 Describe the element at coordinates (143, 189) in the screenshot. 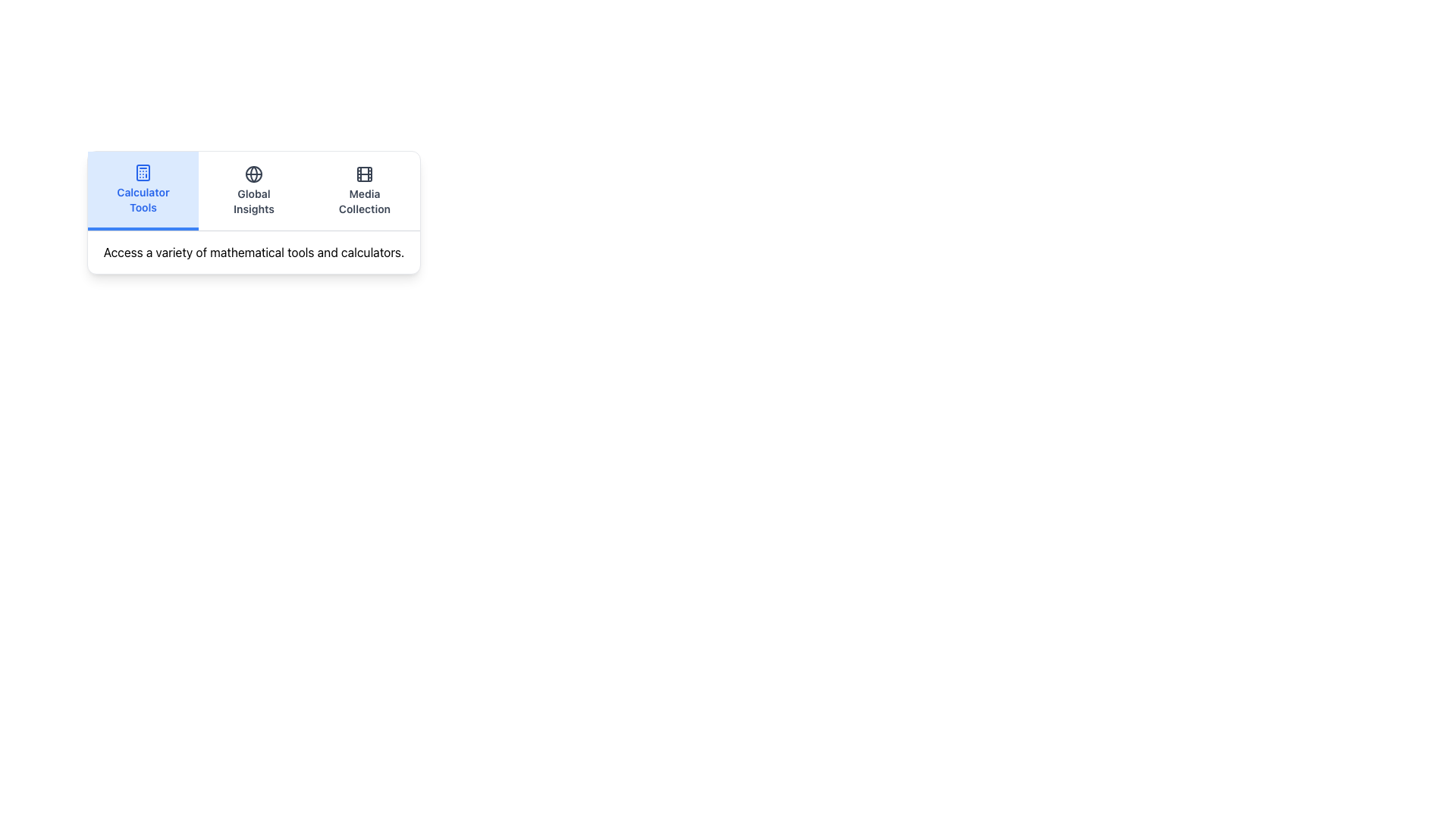

I see `the 'Calculator Tools' element, which features a calculator icon above the text label` at that location.